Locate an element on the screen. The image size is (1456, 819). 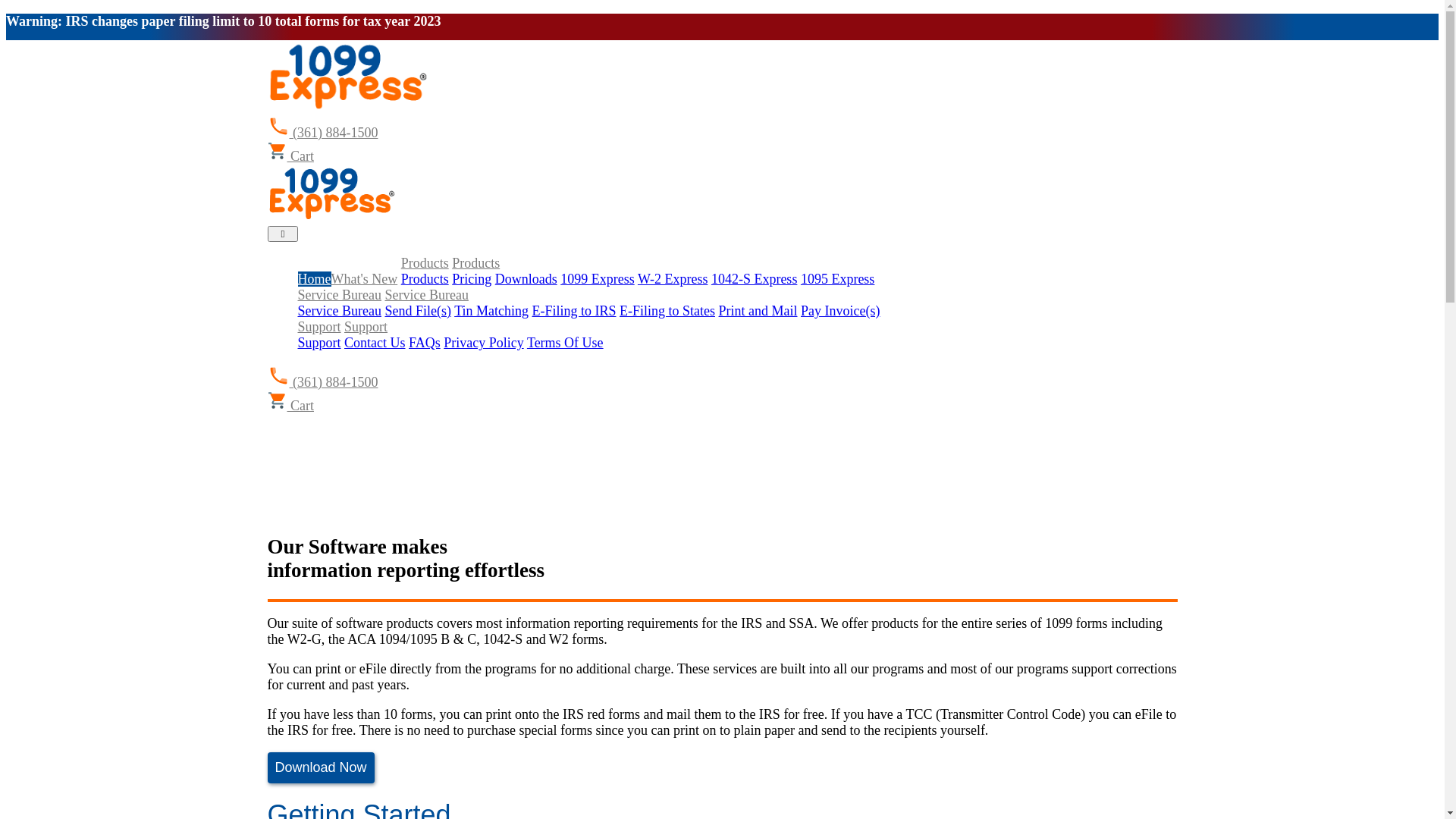
'Service Bureau' is located at coordinates (337, 295).